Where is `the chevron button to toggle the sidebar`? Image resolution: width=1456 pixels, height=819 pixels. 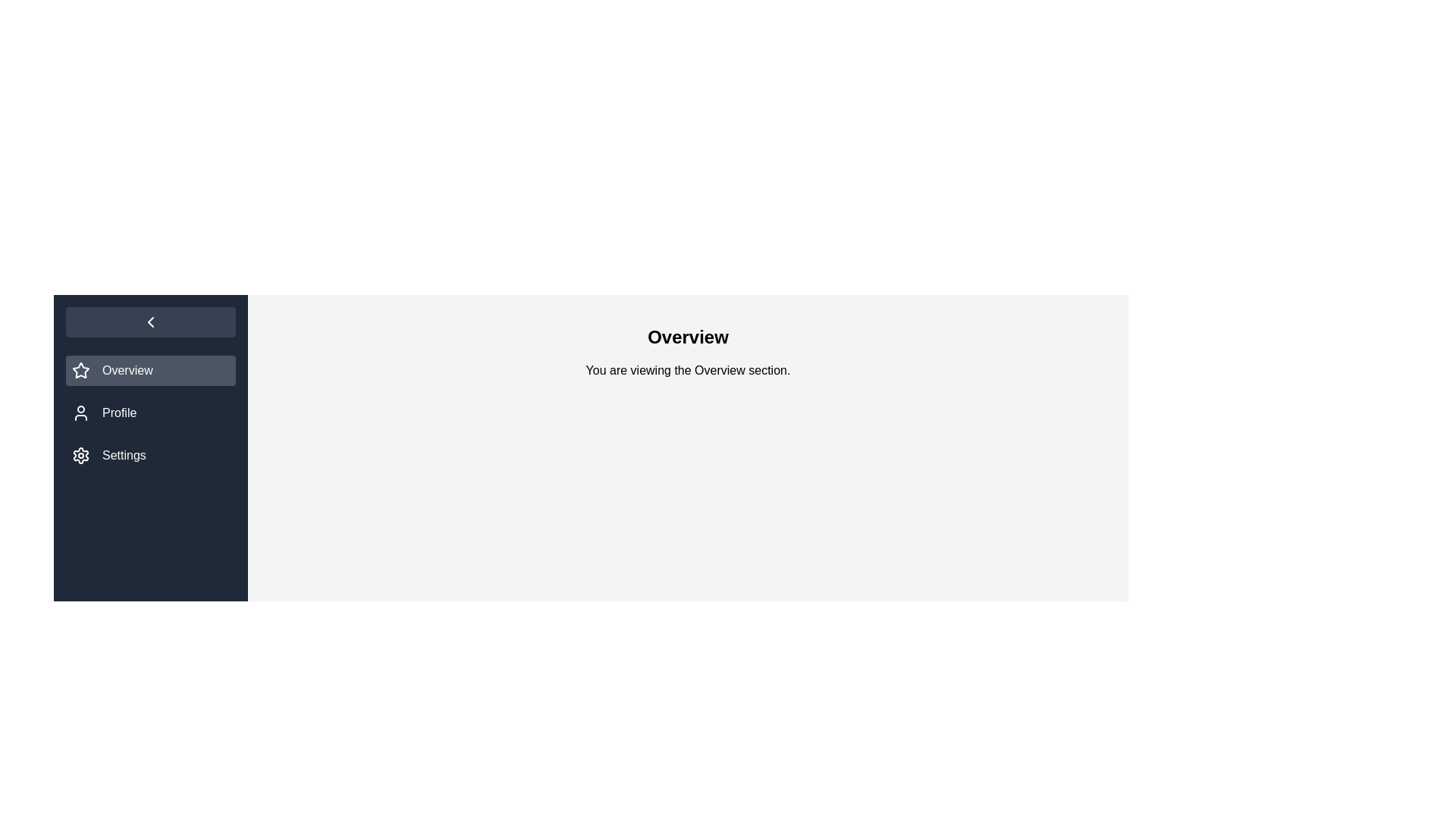 the chevron button to toggle the sidebar is located at coordinates (150, 321).